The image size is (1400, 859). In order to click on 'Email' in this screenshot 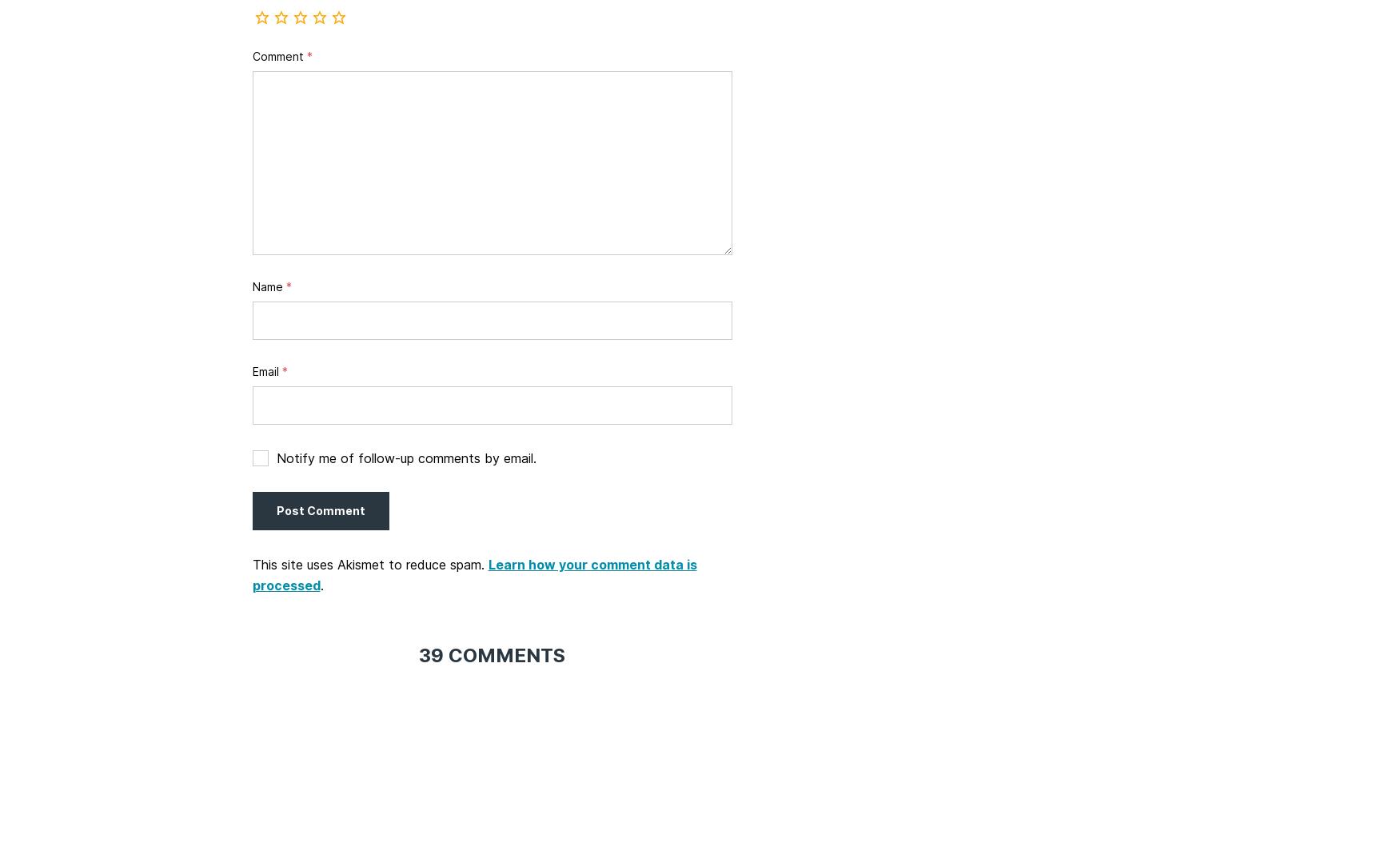, I will do `click(252, 370)`.